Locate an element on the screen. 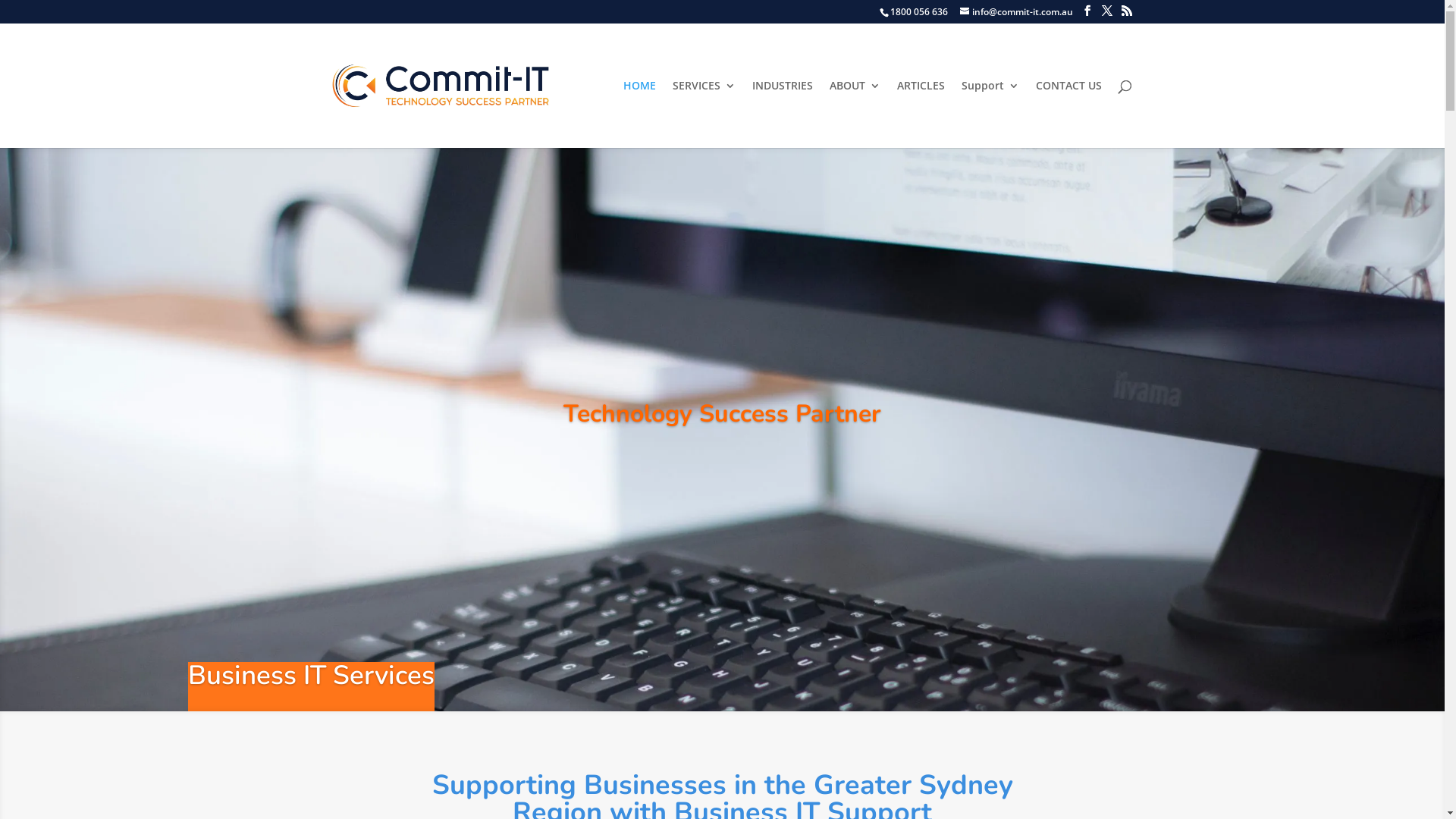 The image size is (1456, 819). 'HOME' is located at coordinates (639, 113).